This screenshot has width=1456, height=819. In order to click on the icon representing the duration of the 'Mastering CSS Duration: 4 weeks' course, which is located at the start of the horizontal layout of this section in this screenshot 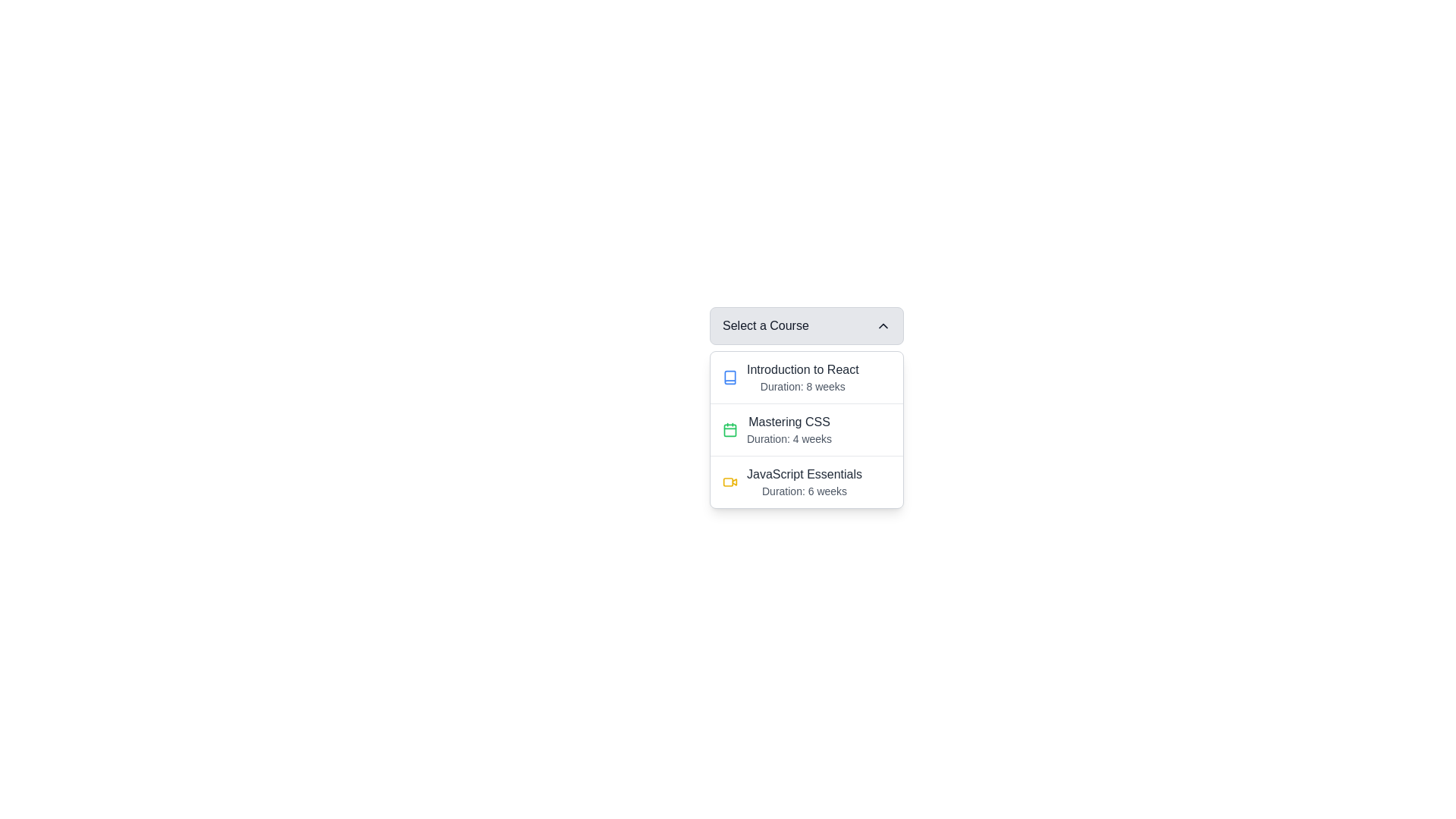, I will do `click(730, 430)`.